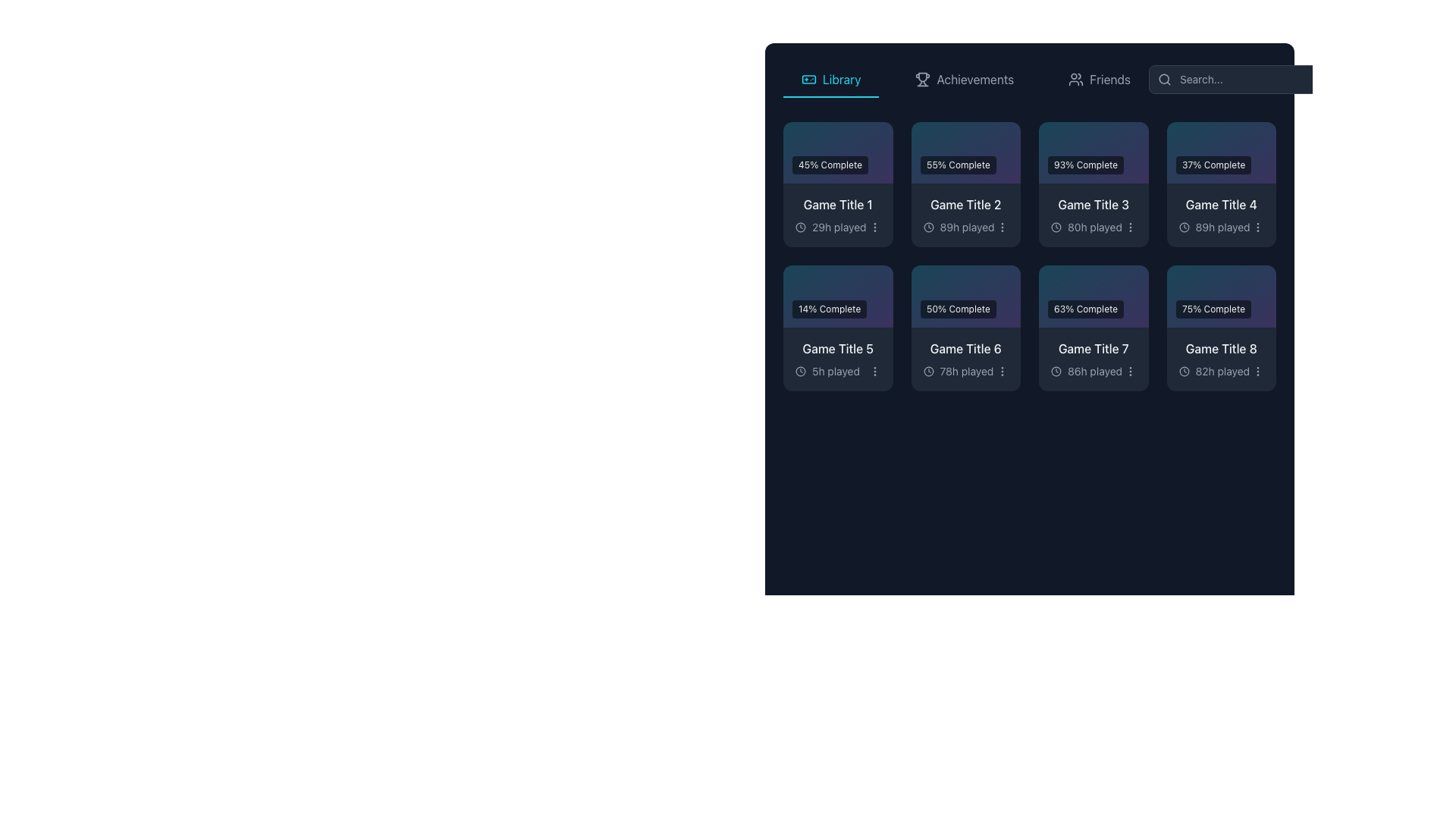  I want to click on text information displayed within the Text and Icon Group labeled 'Game Title 3' with '80h played', located in the rightmost column of the second row of the game status grid, so click(1094, 215).